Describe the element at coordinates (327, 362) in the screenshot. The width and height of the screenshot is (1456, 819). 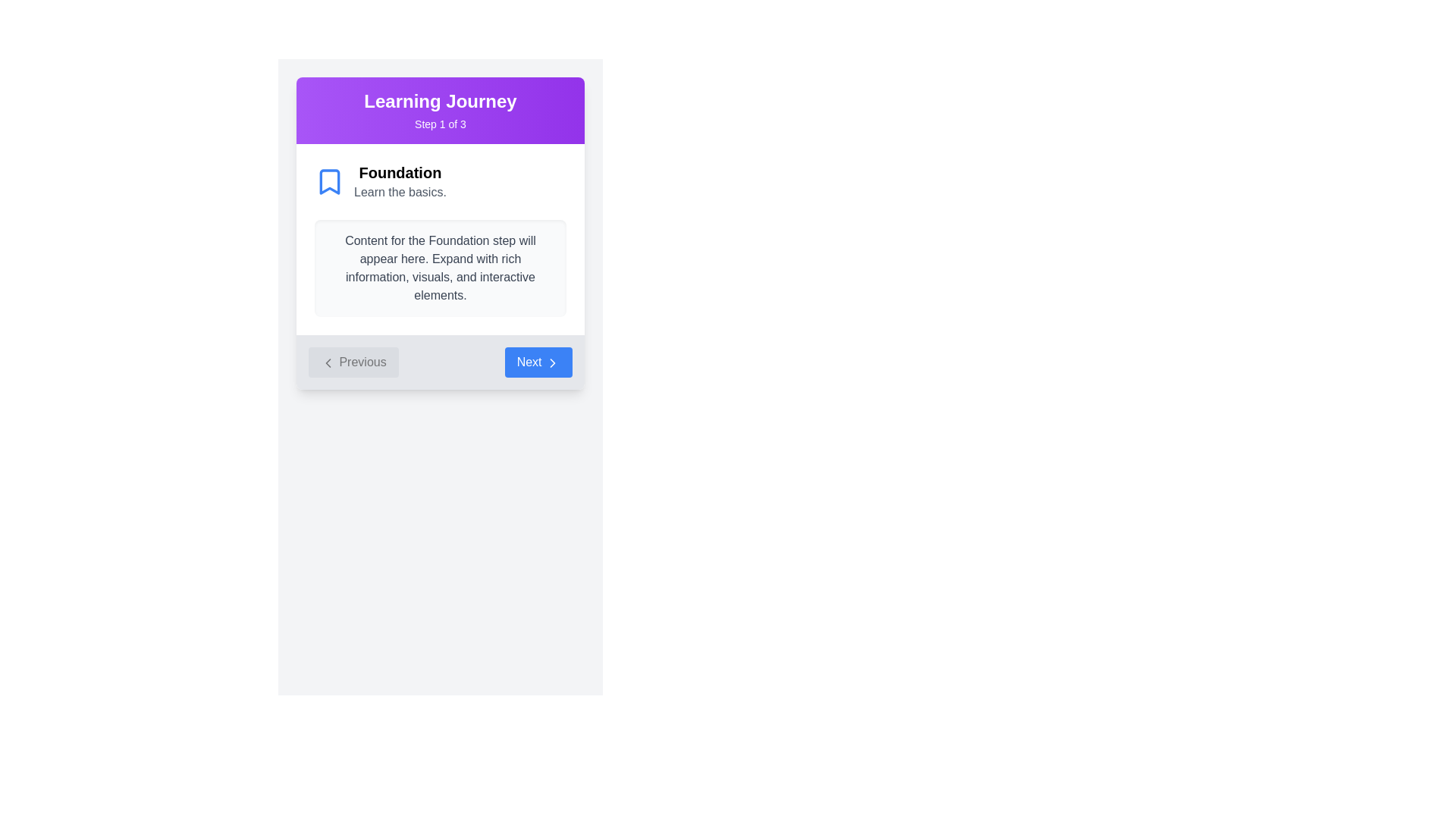
I see `the left-pointing chevron icon that is part of the 'Previous' button in the navigation controls` at that location.